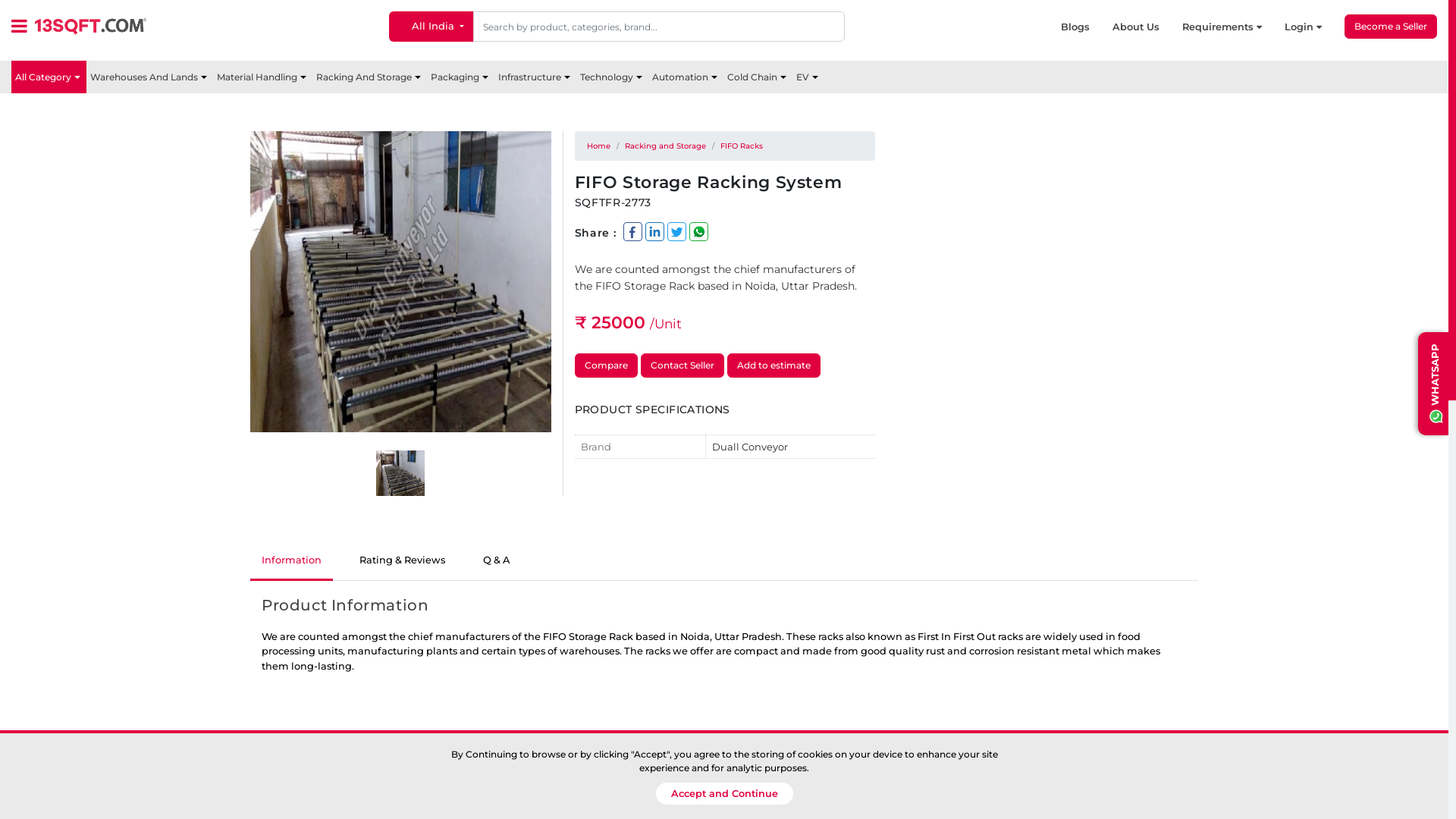  I want to click on 'Rating & Reviews', so click(402, 561).